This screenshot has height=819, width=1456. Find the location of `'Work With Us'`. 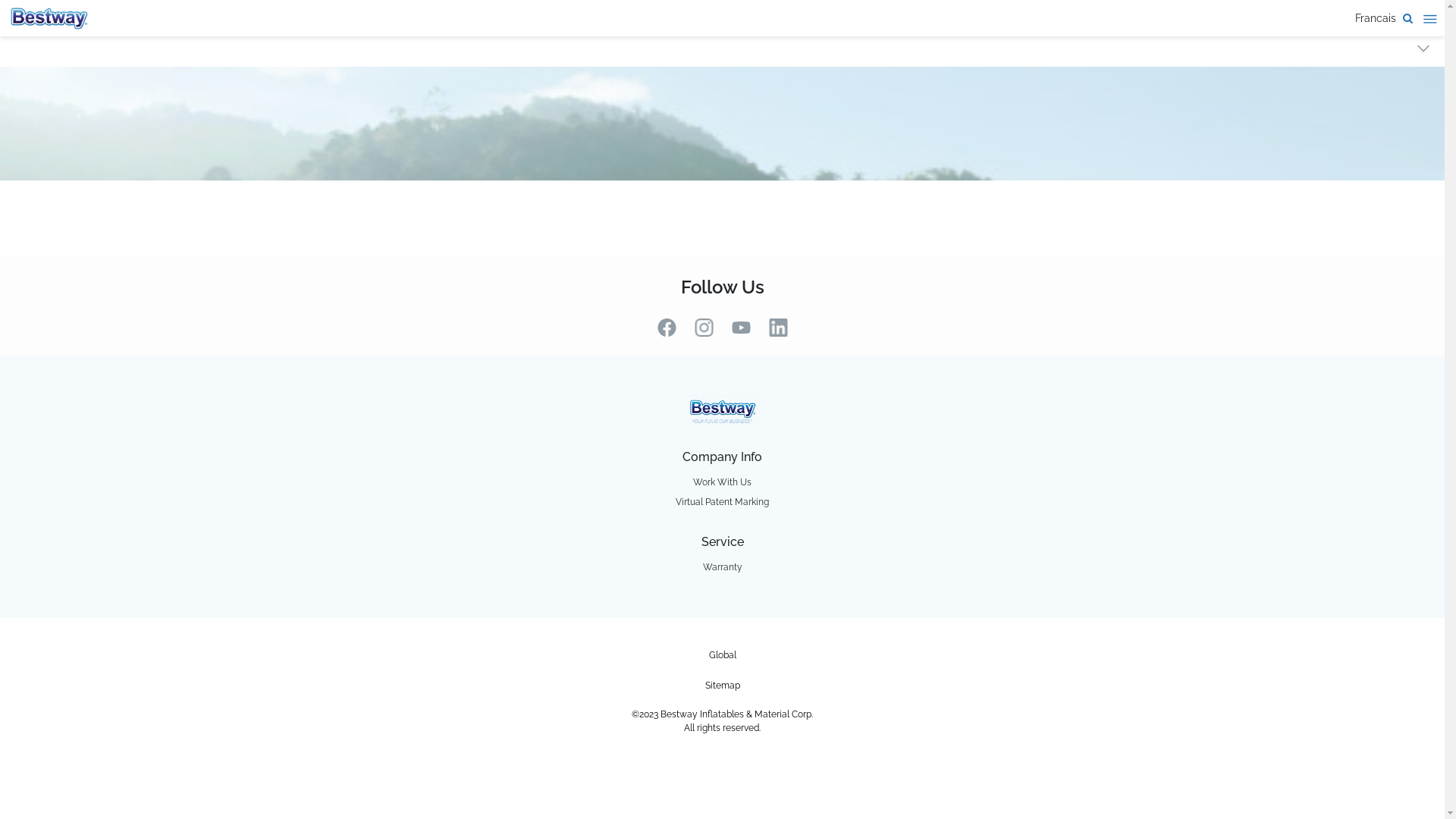

'Work With Us' is located at coordinates (721, 482).